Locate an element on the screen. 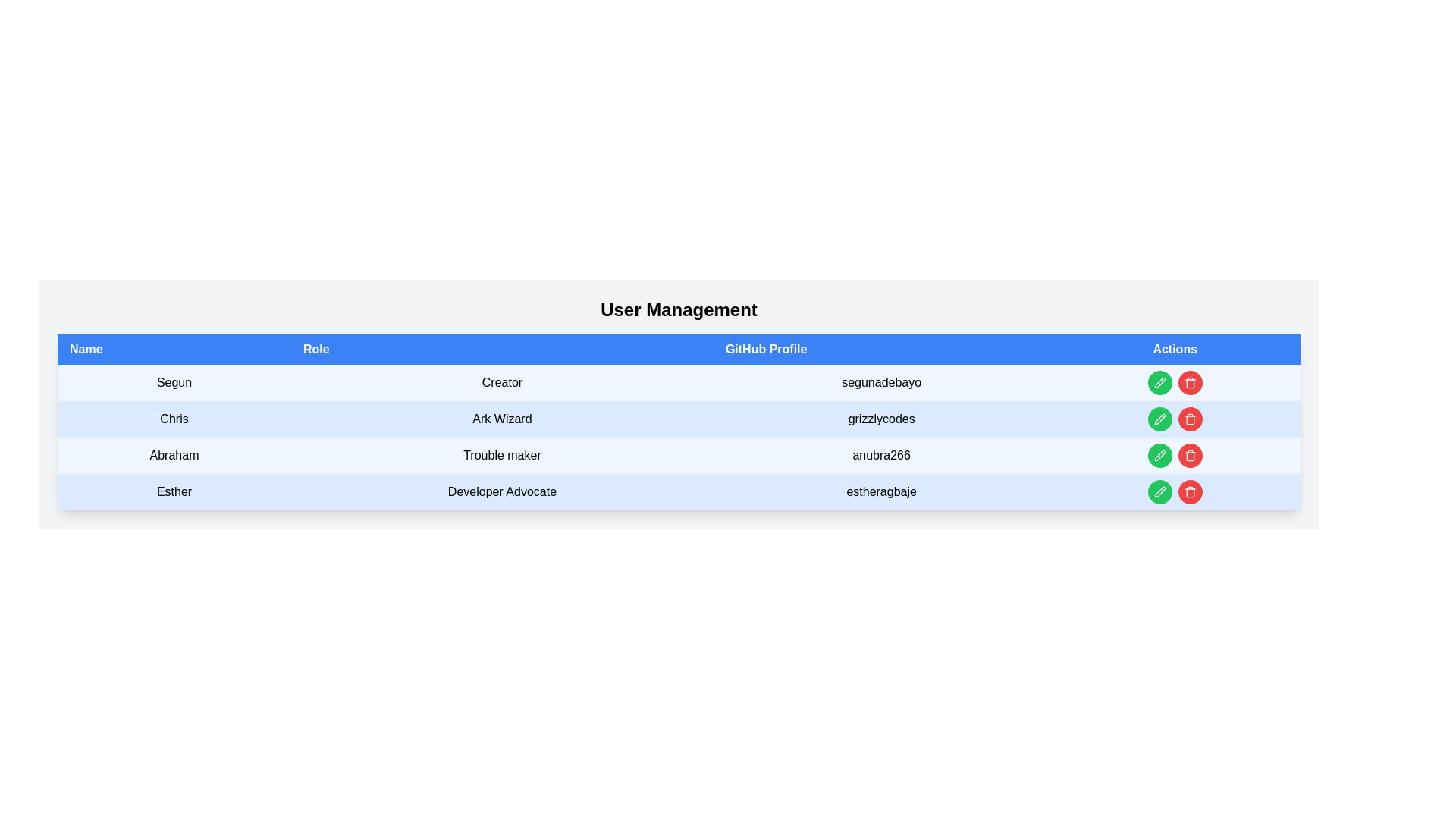 The width and height of the screenshot is (1456, 819). the pencil icon button in the 'Actions' column for 'Chris', the Ark Wizard is located at coordinates (1159, 382).